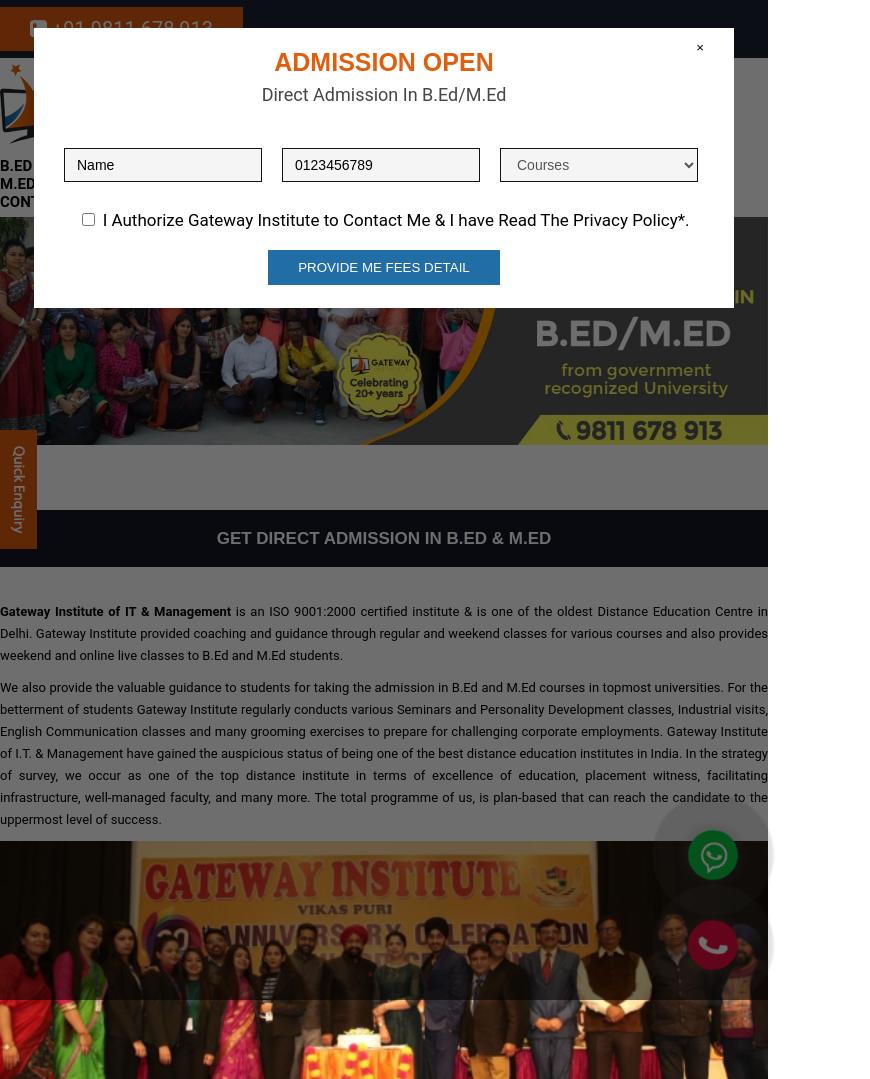 The image size is (870, 1079). Describe the element at coordinates (303, 147) in the screenshot. I see `'B.Ed MDU'` at that location.